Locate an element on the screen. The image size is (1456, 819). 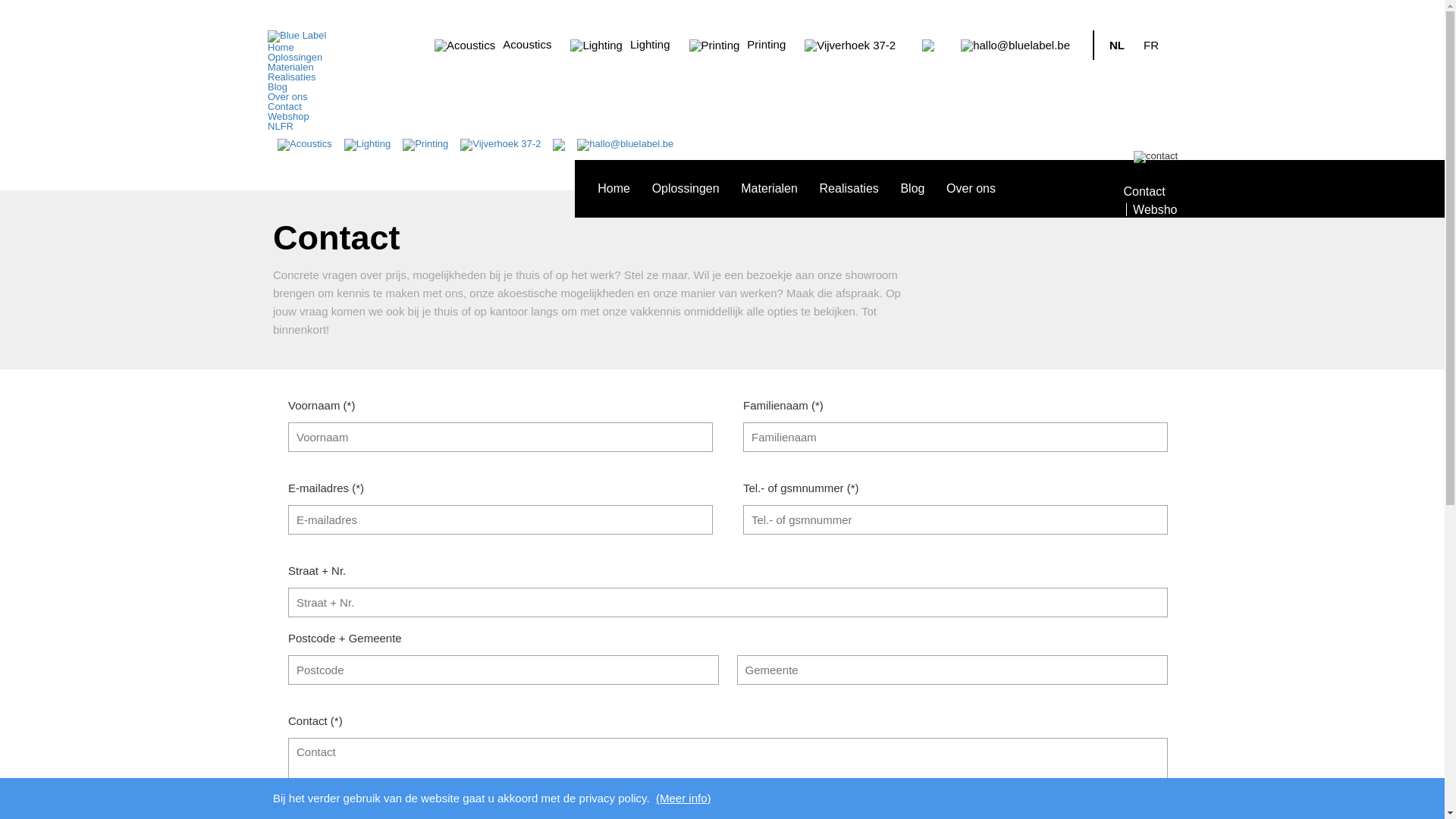
'Realisaties' is located at coordinates (848, 187).